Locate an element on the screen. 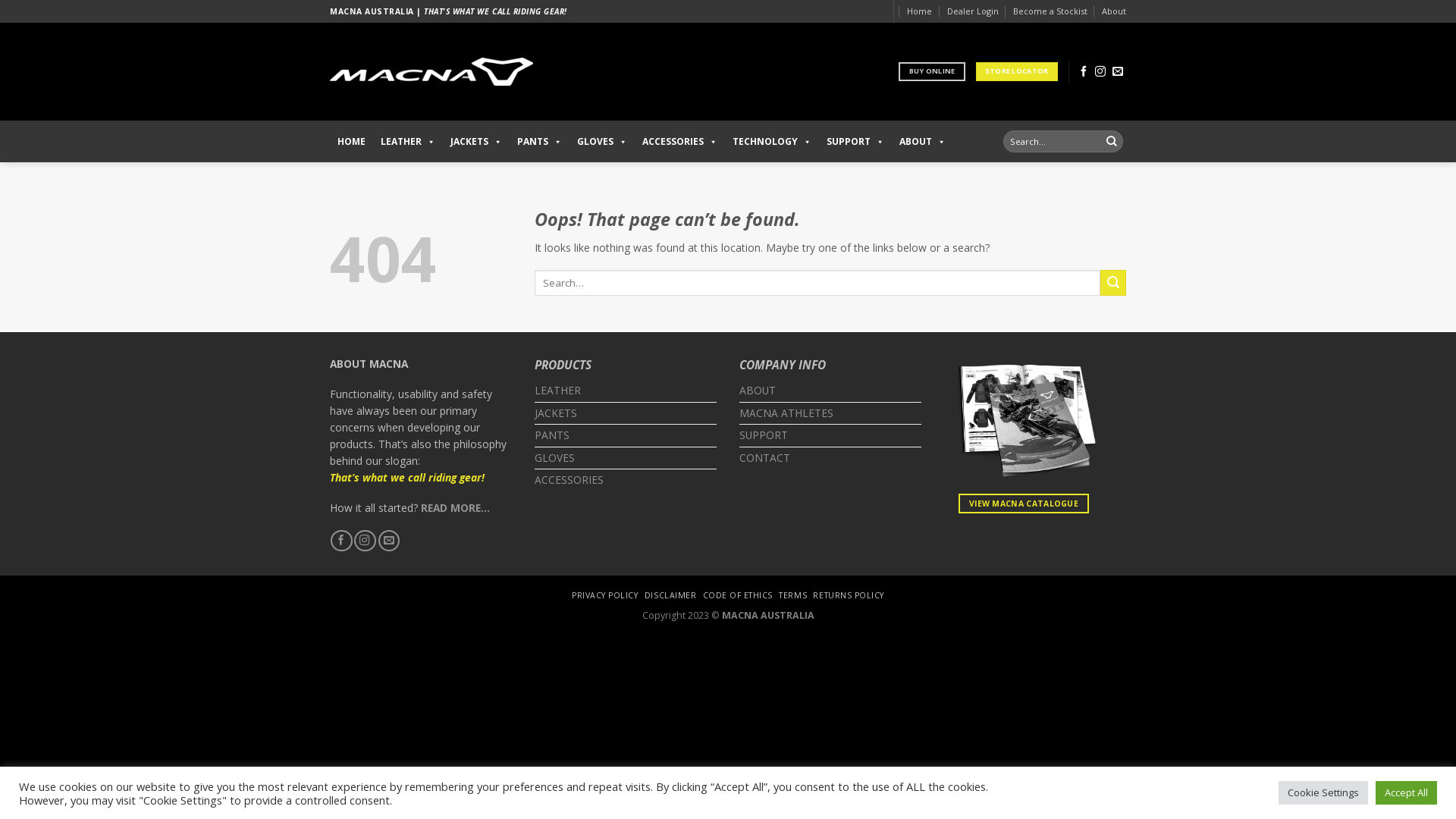  'Dealer Login' is located at coordinates (971, 11).